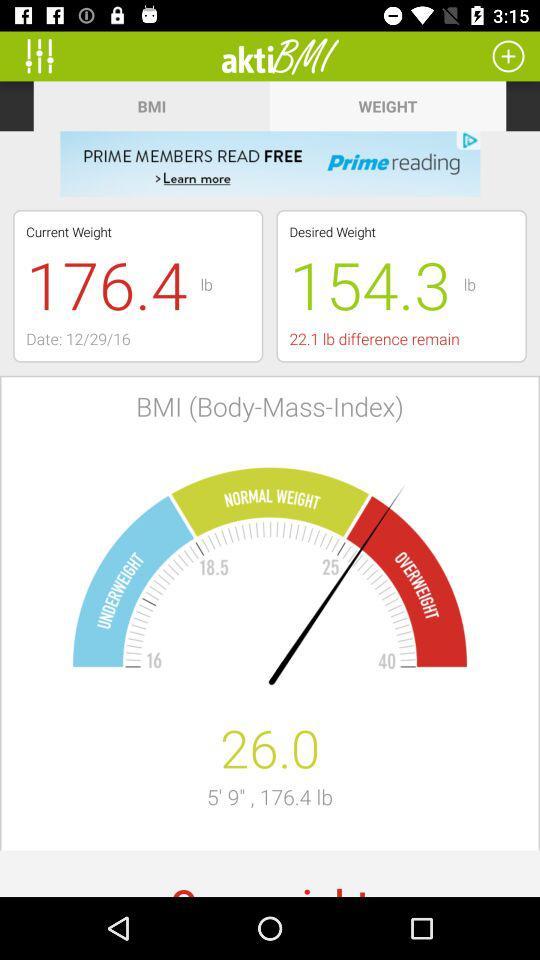 The height and width of the screenshot is (960, 540). What do you see at coordinates (270, 163) in the screenshot?
I see `for amazon prime reading` at bounding box center [270, 163].